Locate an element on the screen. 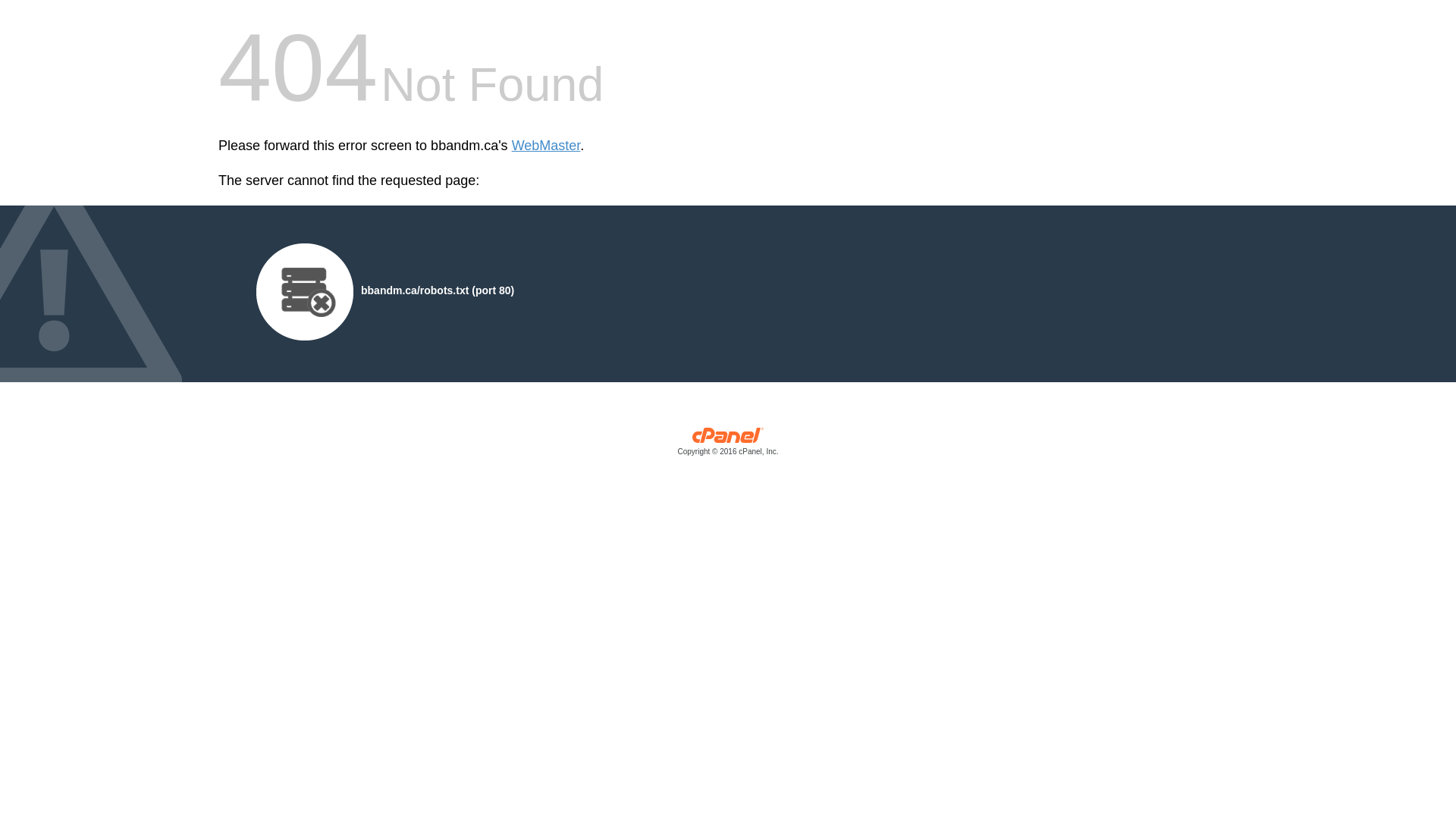 This screenshot has width=1456, height=819. 'WebMaster' is located at coordinates (546, 146).